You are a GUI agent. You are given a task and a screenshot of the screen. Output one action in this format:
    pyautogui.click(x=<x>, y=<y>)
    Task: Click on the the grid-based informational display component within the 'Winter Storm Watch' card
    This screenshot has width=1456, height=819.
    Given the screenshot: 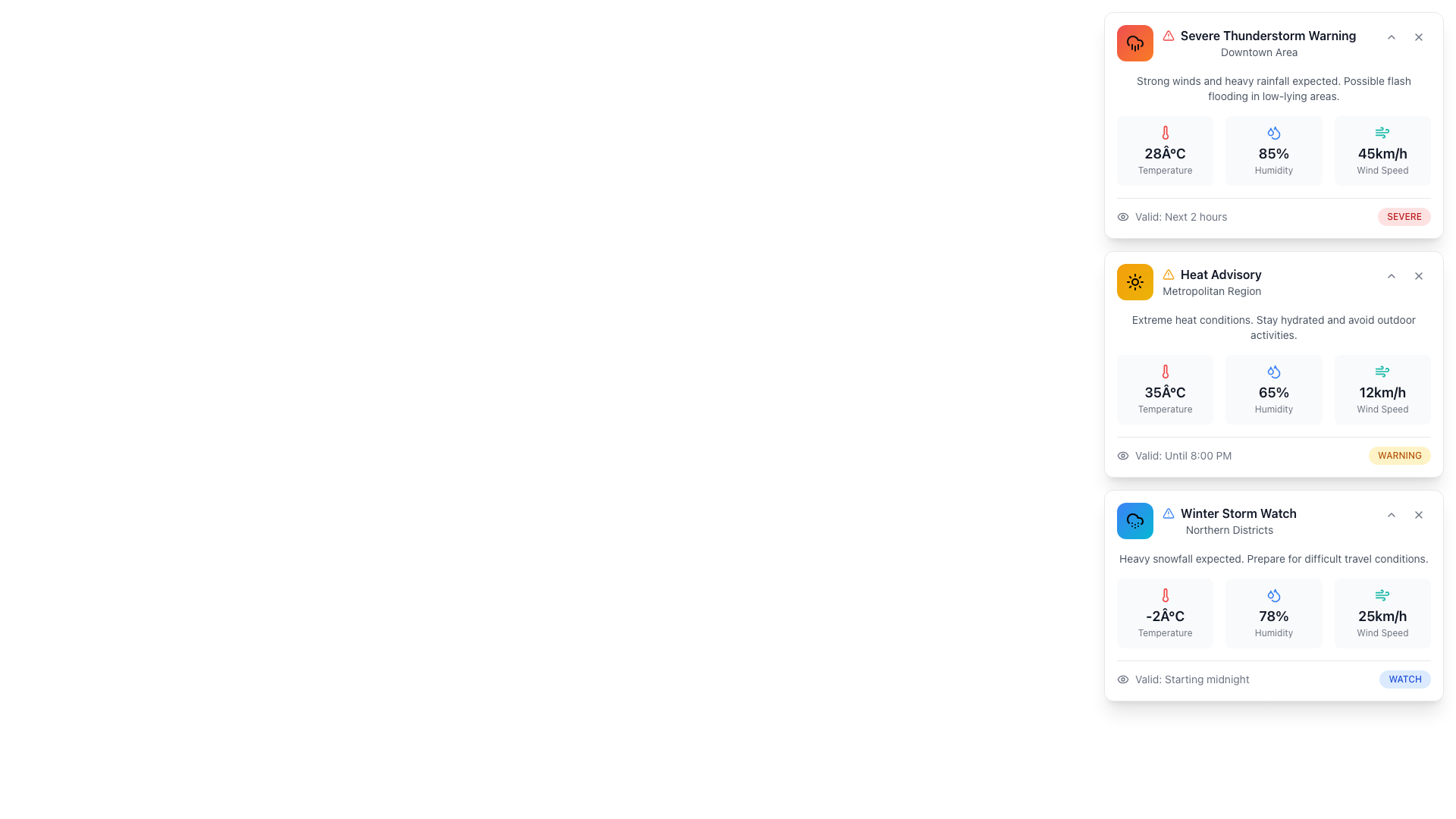 What is the action you would take?
    pyautogui.click(x=1274, y=613)
    